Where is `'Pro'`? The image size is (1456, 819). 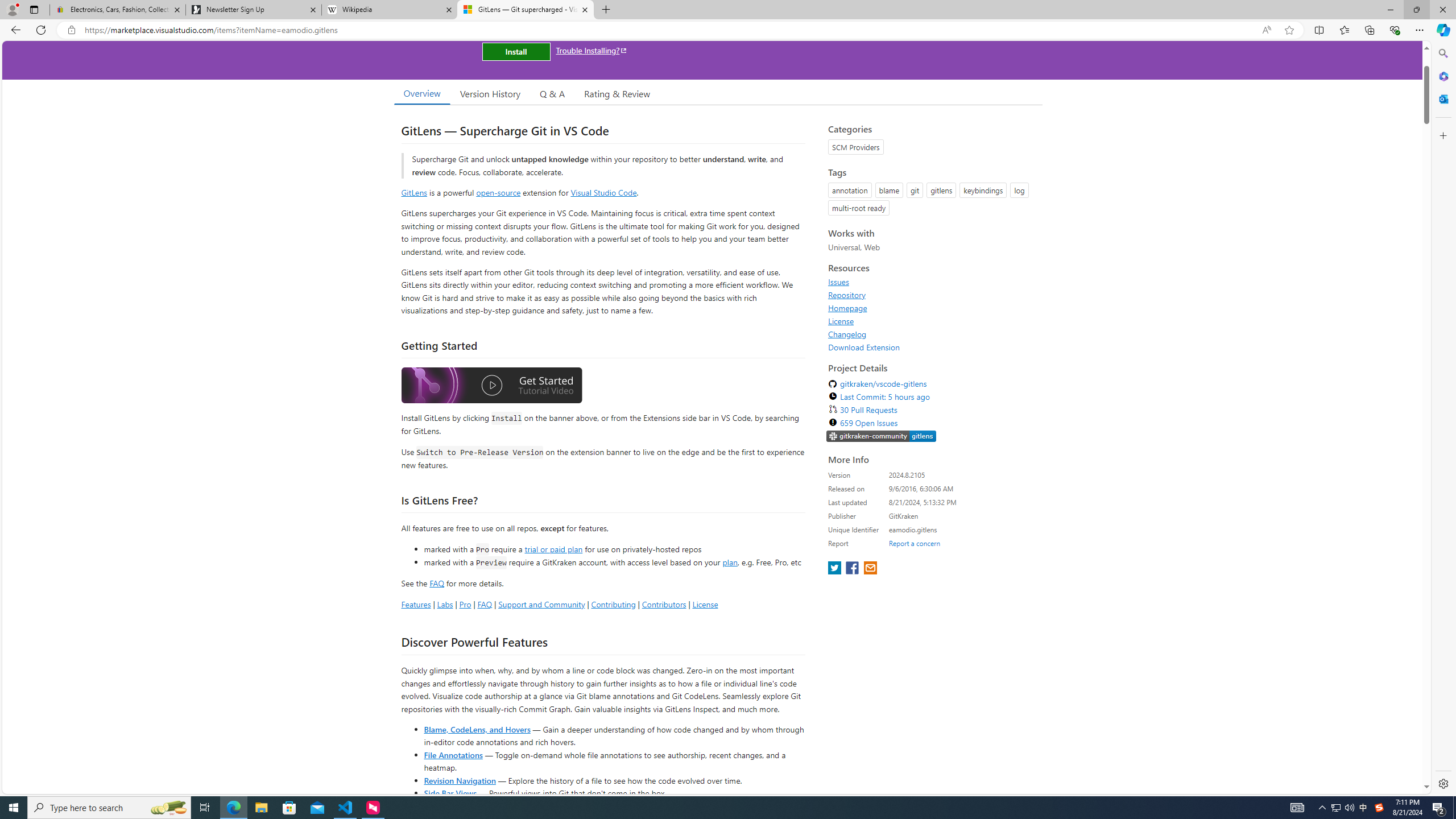 'Pro' is located at coordinates (464, 603).